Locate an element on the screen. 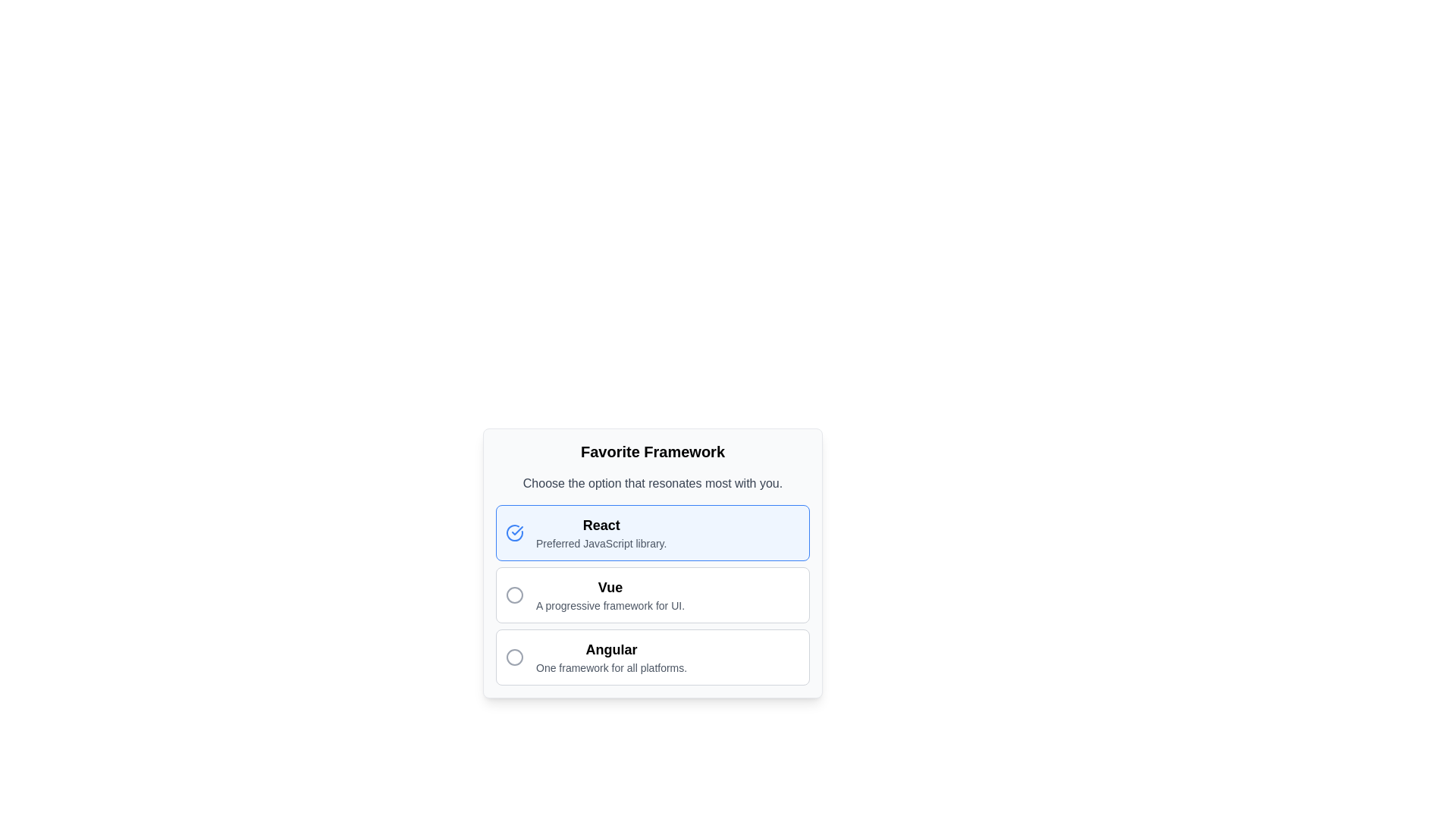 This screenshot has height=819, width=1456. the 'React' text label, which is bold and prominently displayed on a light blue background, to interact with the adjacent selection indicators is located at coordinates (600, 525).